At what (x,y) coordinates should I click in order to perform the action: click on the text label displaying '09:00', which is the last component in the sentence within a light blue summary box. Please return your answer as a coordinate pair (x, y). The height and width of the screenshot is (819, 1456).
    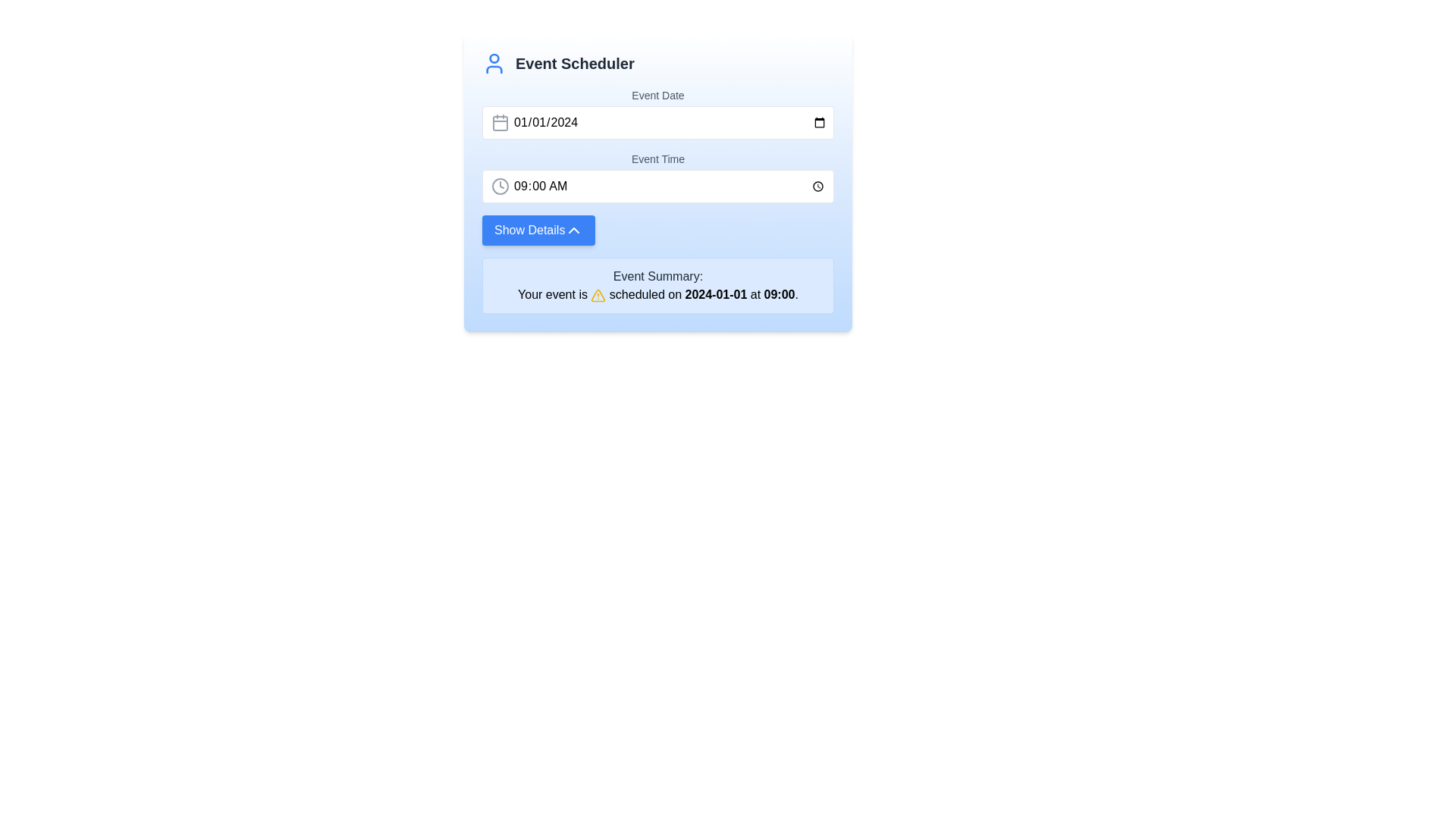
    Looking at the image, I should click on (779, 294).